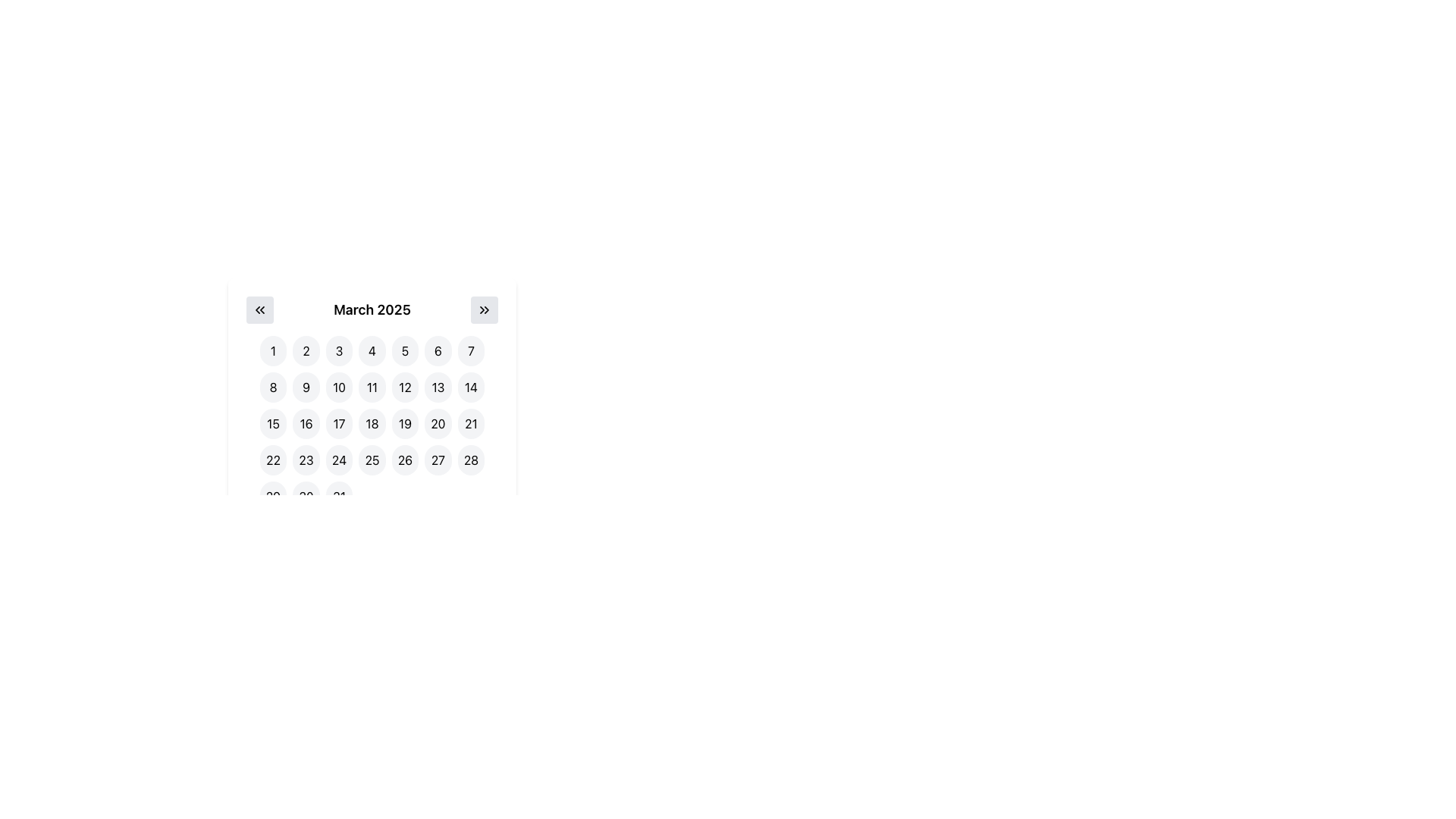 This screenshot has width=1456, height=819. Describe the element at coordinates (372, 424) in the screenshot. I see `the date button in the calendar grid for March 2025` at that location.